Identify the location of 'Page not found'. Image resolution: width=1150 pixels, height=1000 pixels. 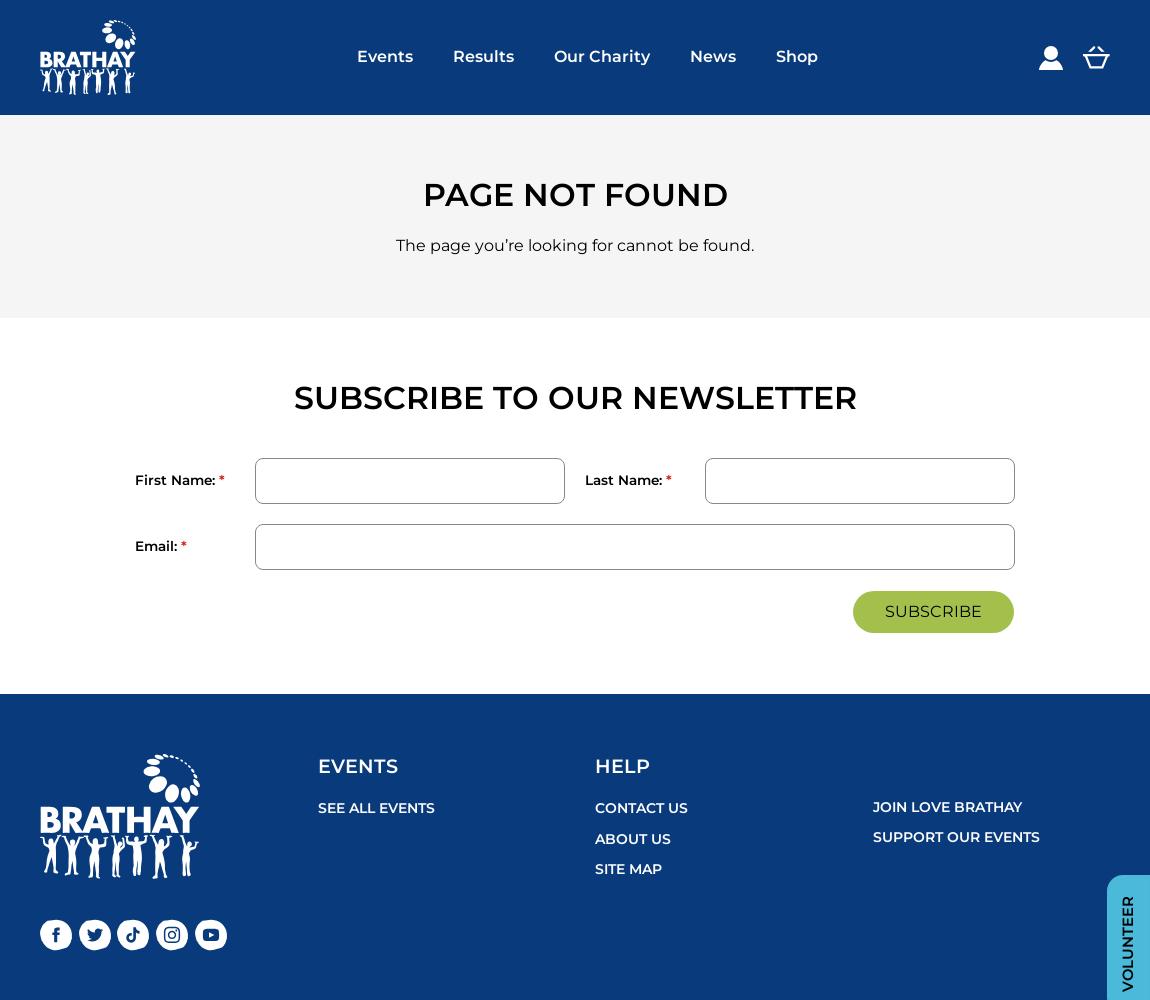
(574, 192).